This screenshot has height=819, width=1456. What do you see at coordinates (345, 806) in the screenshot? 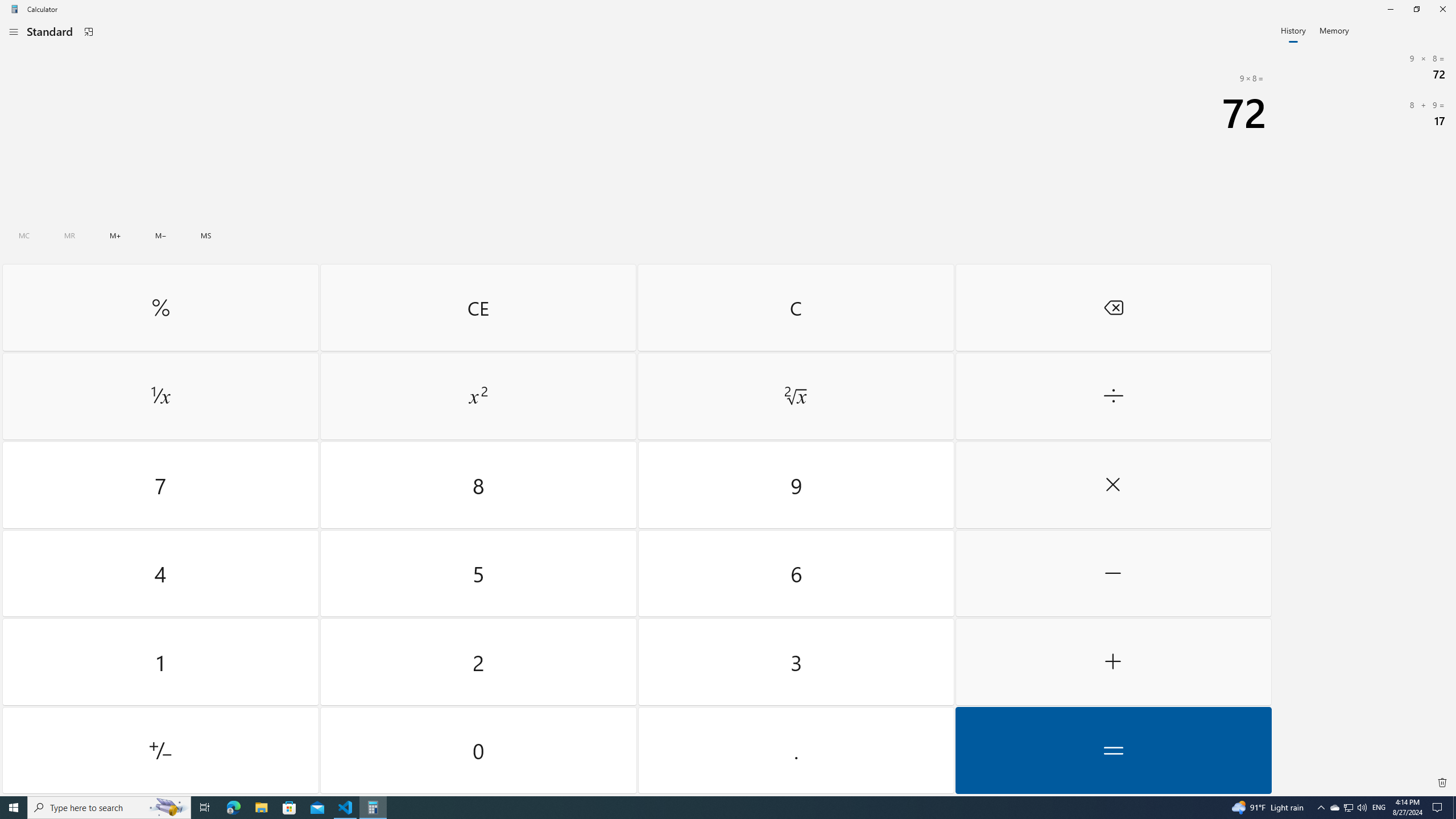
I see `'Visual Studio Code - 1 running window'` at bounding box center [345, 806].